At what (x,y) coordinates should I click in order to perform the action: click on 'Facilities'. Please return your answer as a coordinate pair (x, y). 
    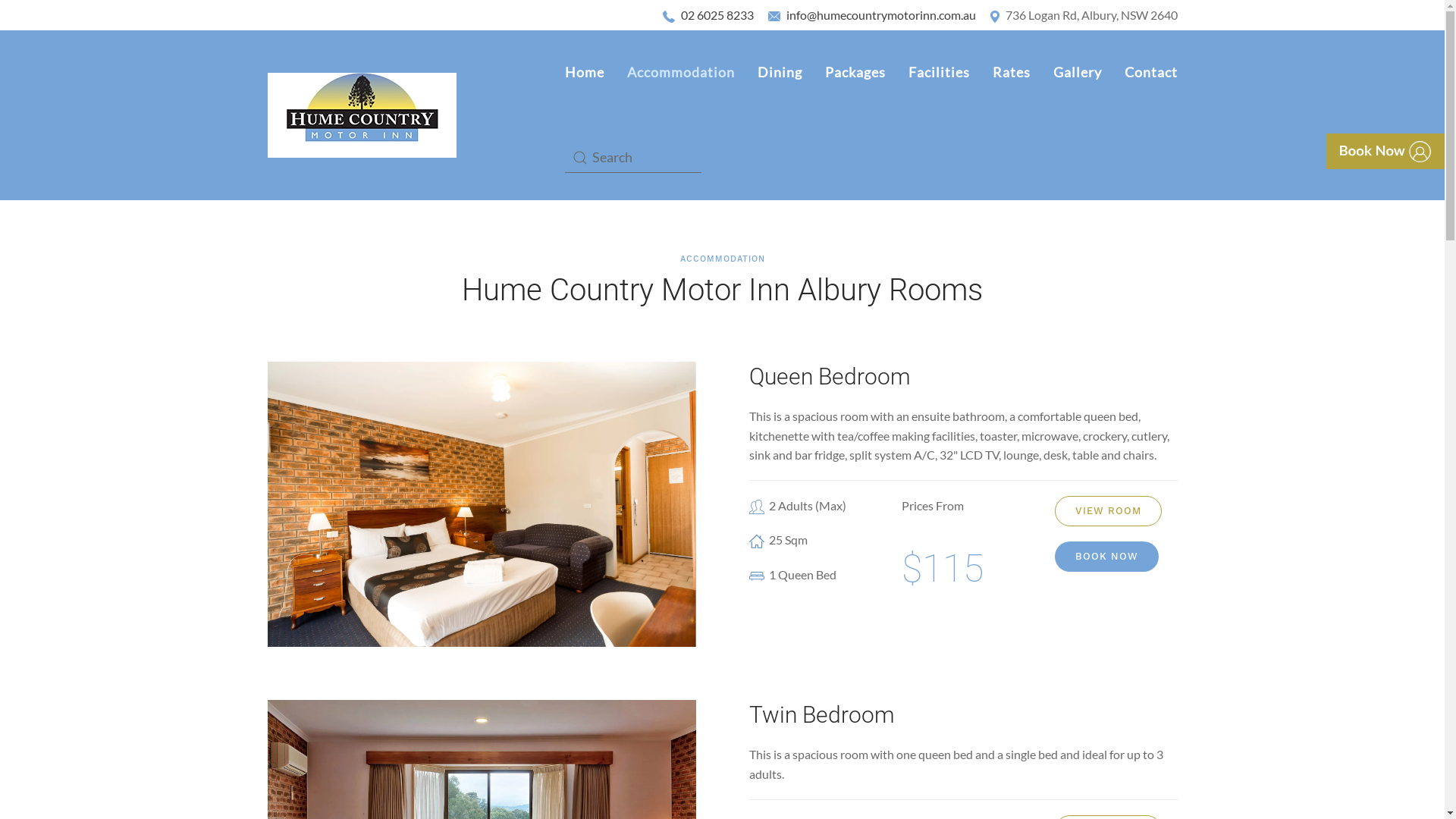
    Looking at the image, I should click on (896, 73).